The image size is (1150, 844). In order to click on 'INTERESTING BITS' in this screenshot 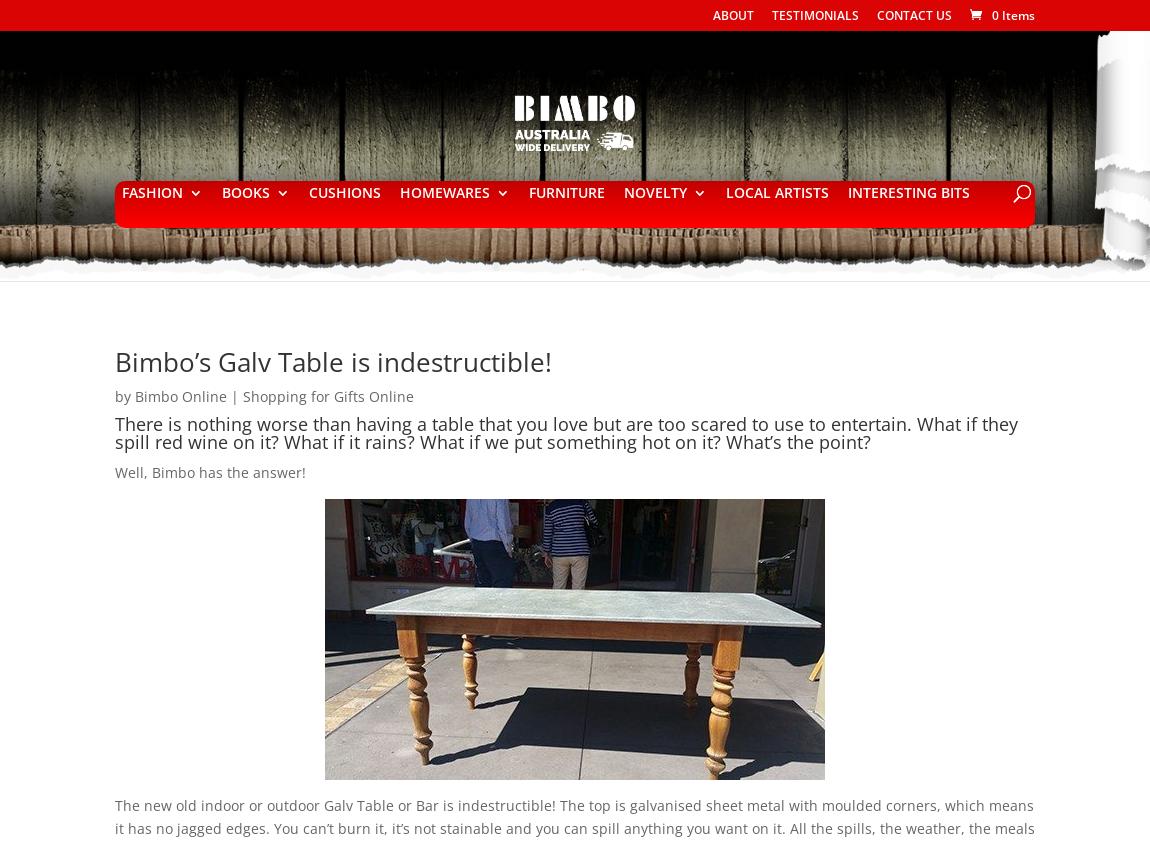, I will do `click(908, 192)`.